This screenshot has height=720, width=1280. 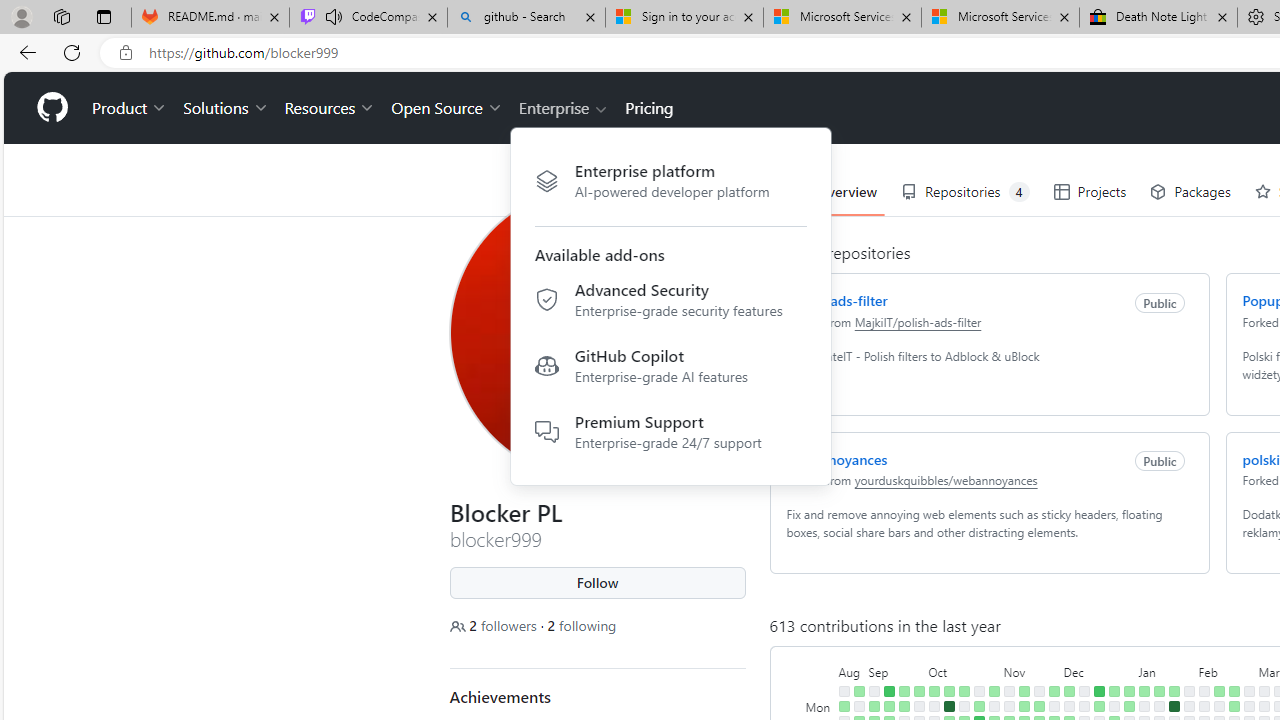 I want to click on '2 contributions on August 21st.', so click(x=844, y=705).